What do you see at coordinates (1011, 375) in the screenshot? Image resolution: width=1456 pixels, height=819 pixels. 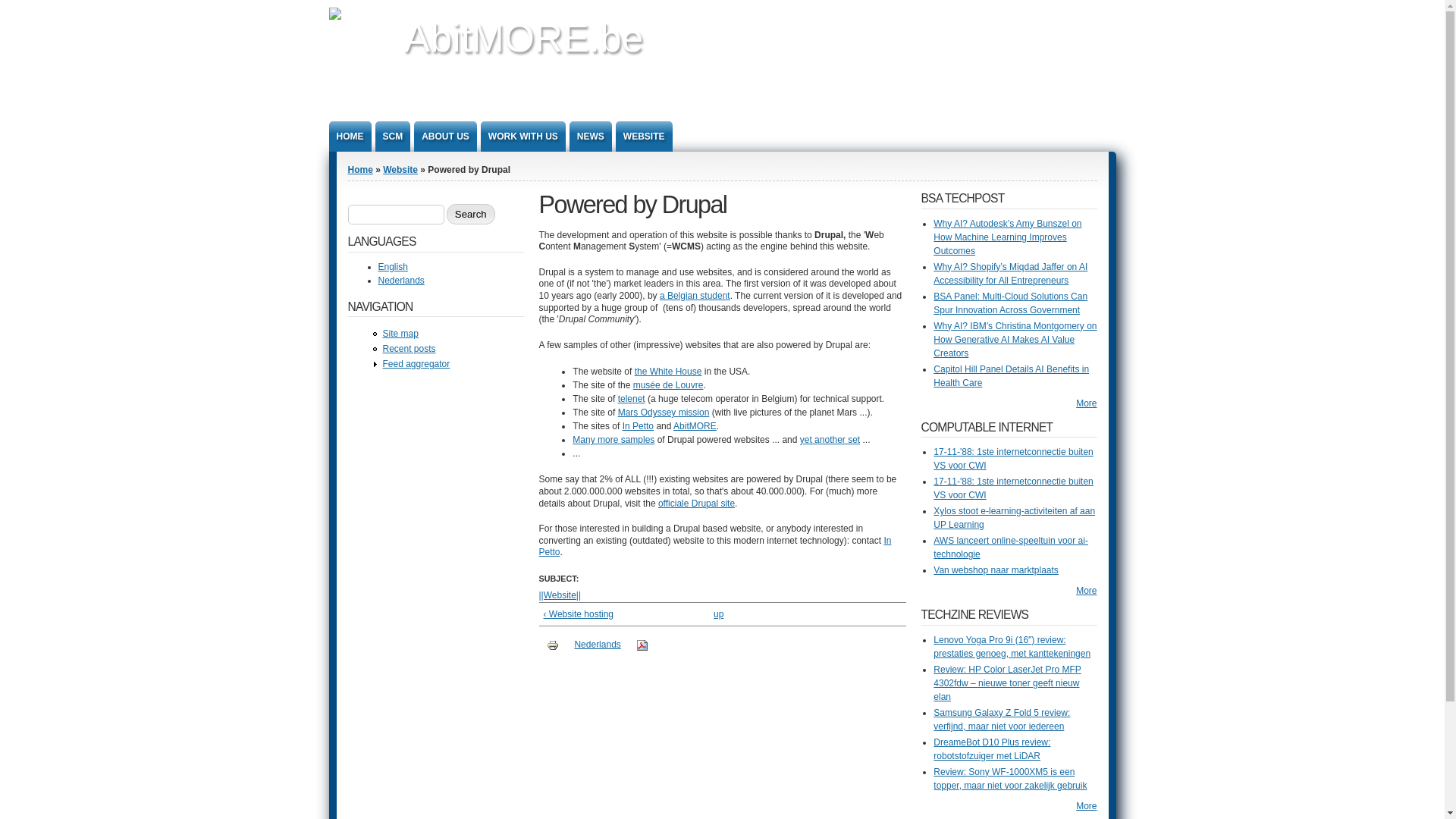 I see `'Capitol Hill Panel Details AI Benefits in Health Care'` at bounding box center [1011, 375].